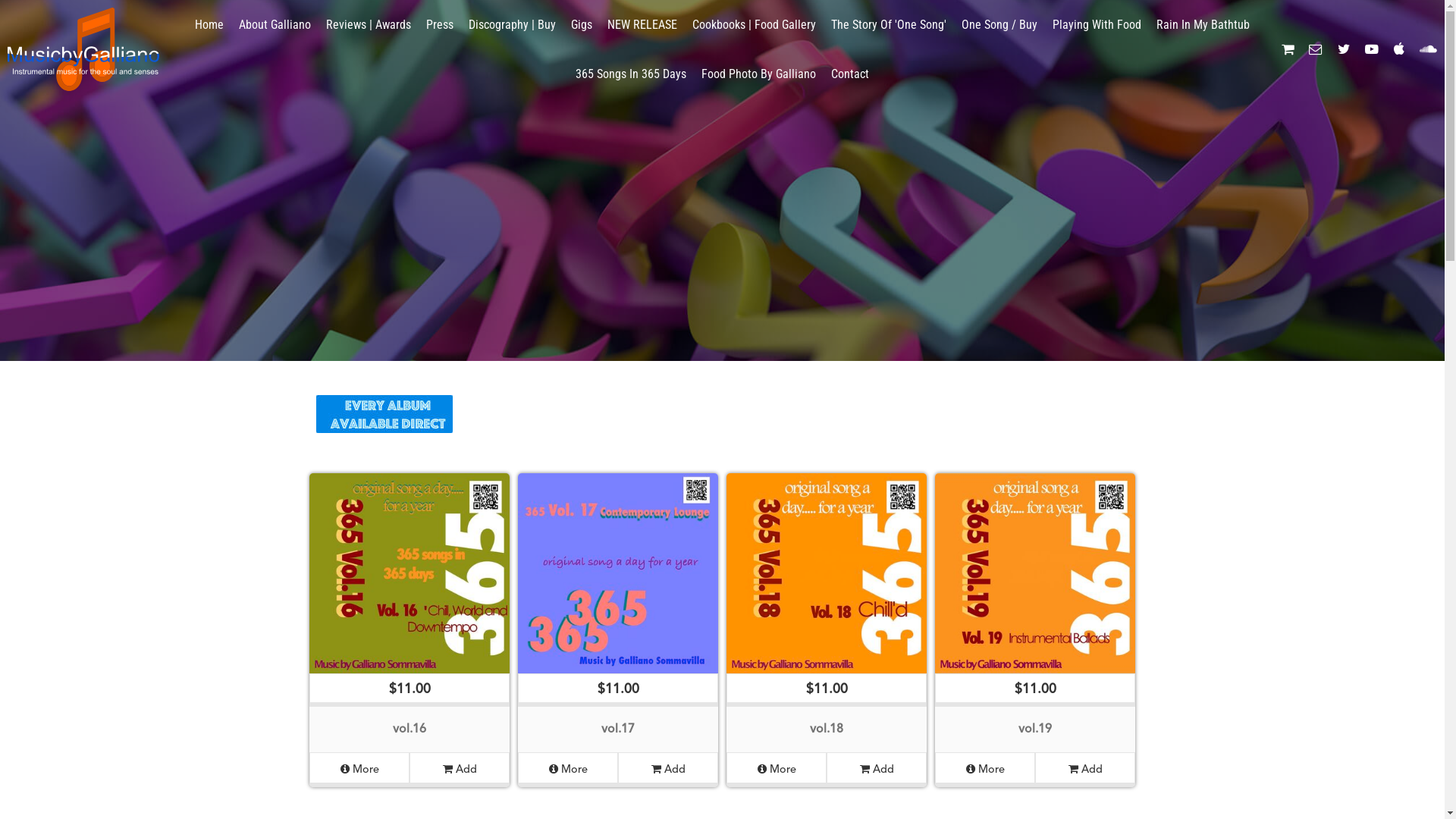 This screenshot has height=819, width=1456. I want to click on 'NEW RELEASE', so click(642, 24).